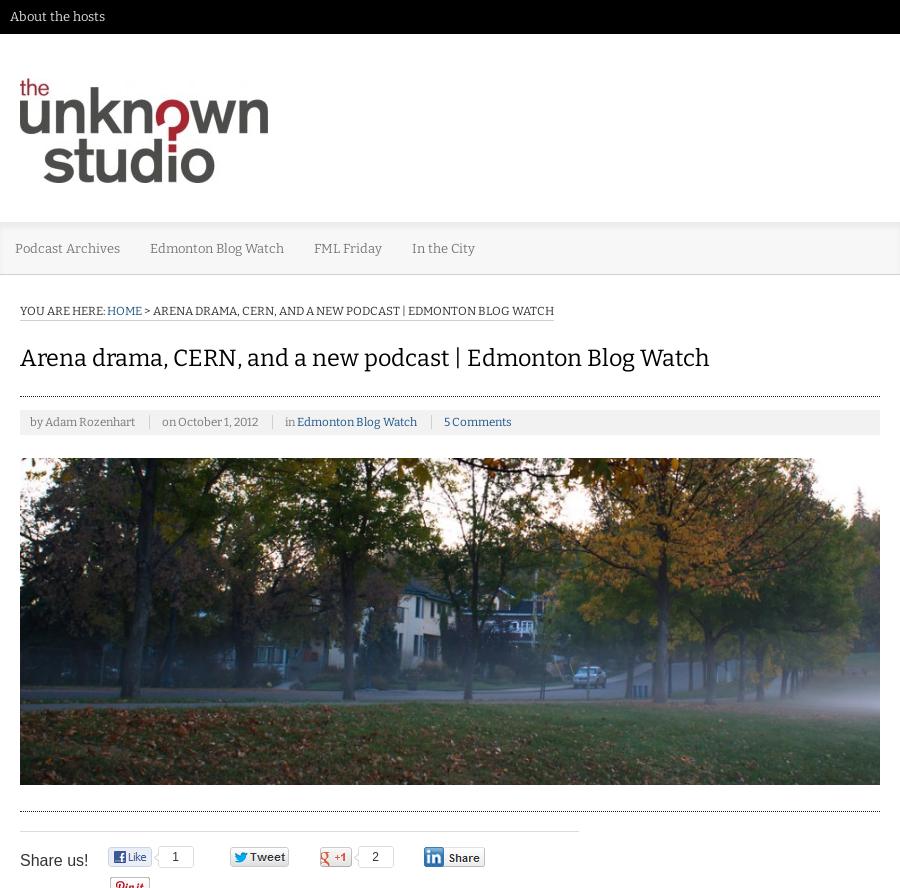 The width and height of the screenshot is (900, 888). What do you see at coordinates (443, 420) in the screenshot?
I see `'5 Comments'` at bounding box center [443, 420].